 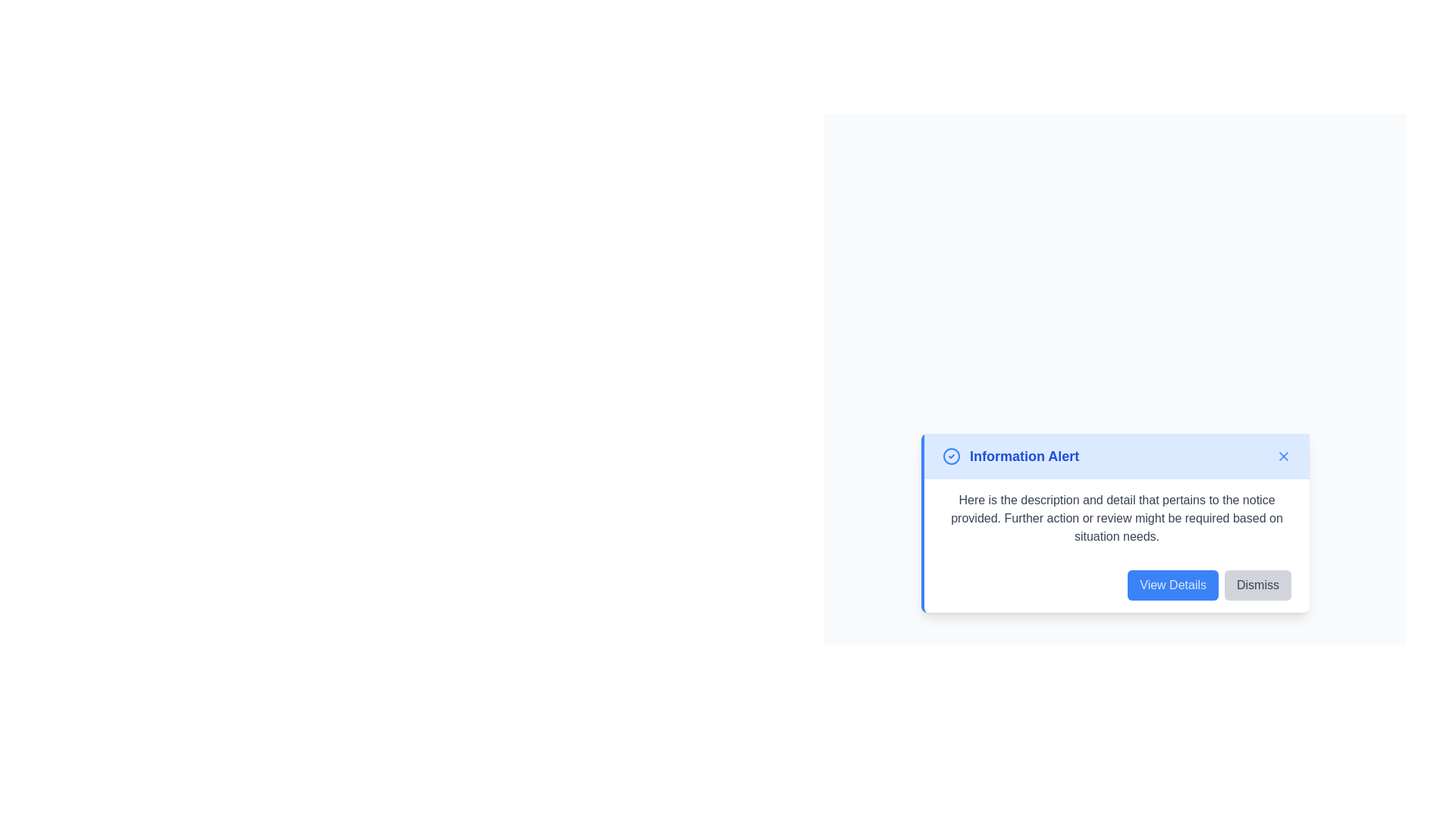 I want to click on text content of the bold blue 'Information Alert' label located in the upper section of the blue alert box, adjacent to the circular checkmark icon, so click(x=1011, y=455).